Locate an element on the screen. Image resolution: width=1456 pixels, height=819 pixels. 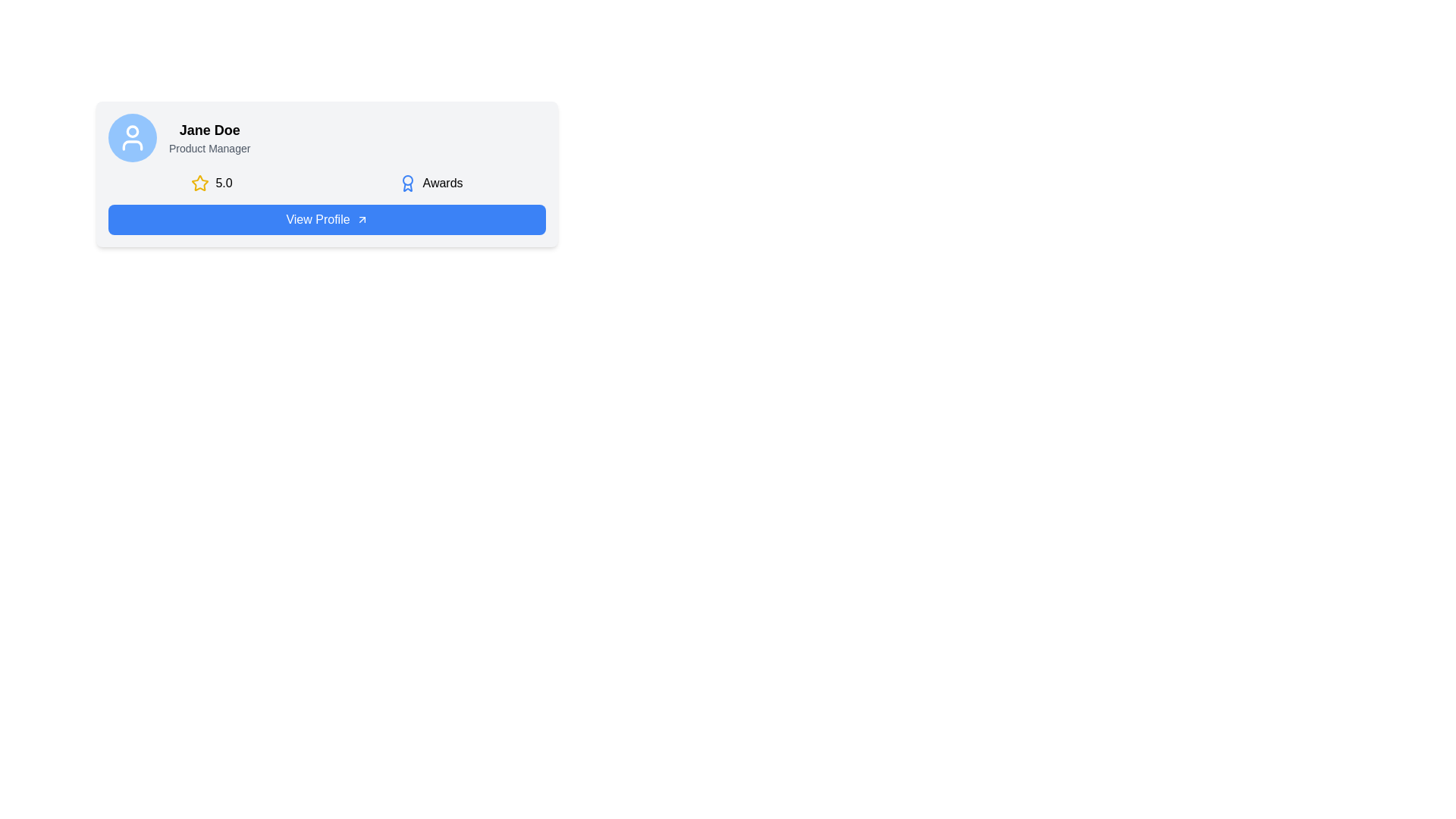
the 'Product Manager' text label located directly below 'Jane Doe' to trigger potential additional effects is located at coordinates (209, 149).